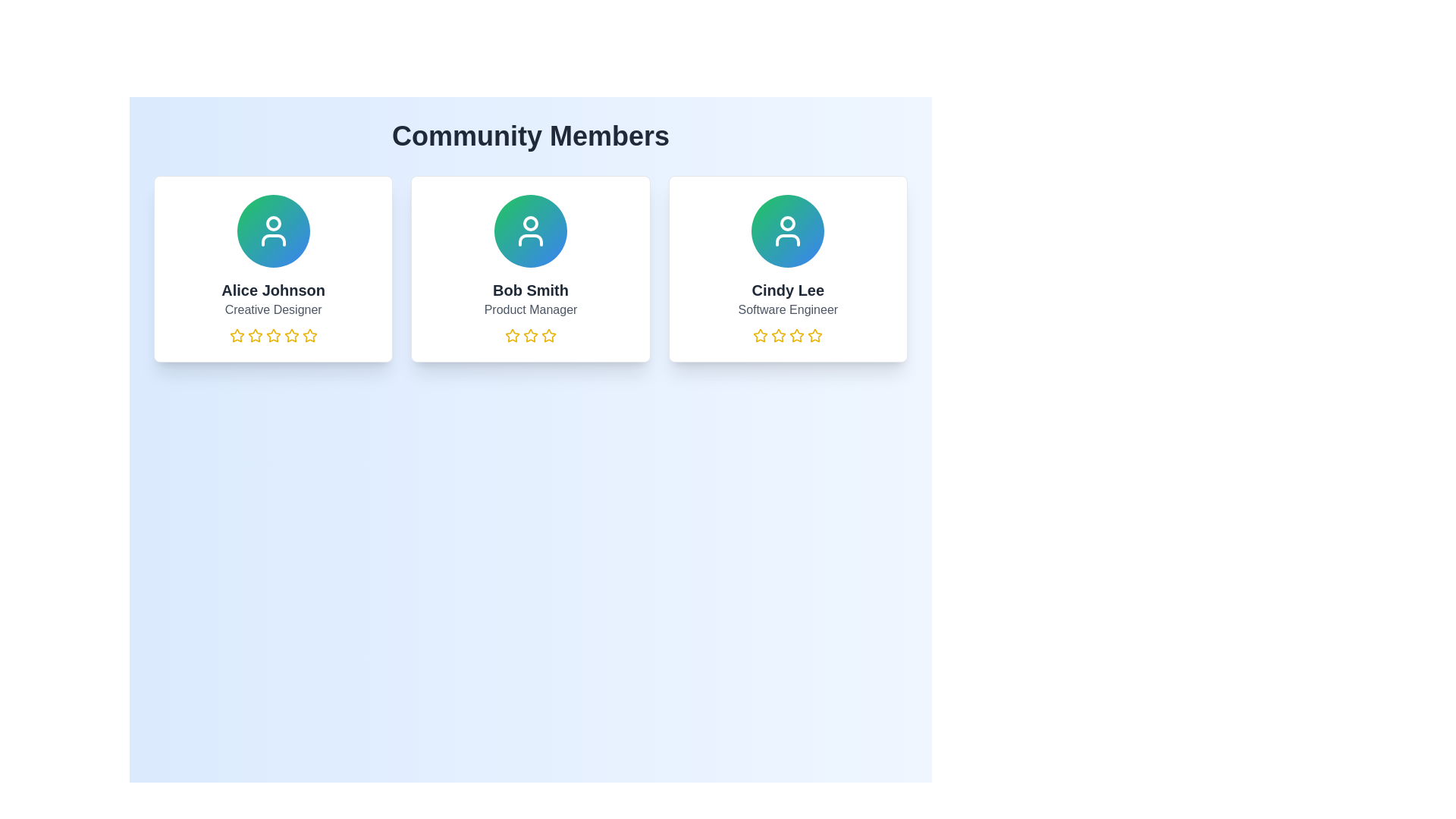 This screenshot has height=819, width=1456. I want to click on the icon featuring a gradient outline of a person, located at the top center of the 'Bob Smith - Product Manager' card, so click(531, 231).